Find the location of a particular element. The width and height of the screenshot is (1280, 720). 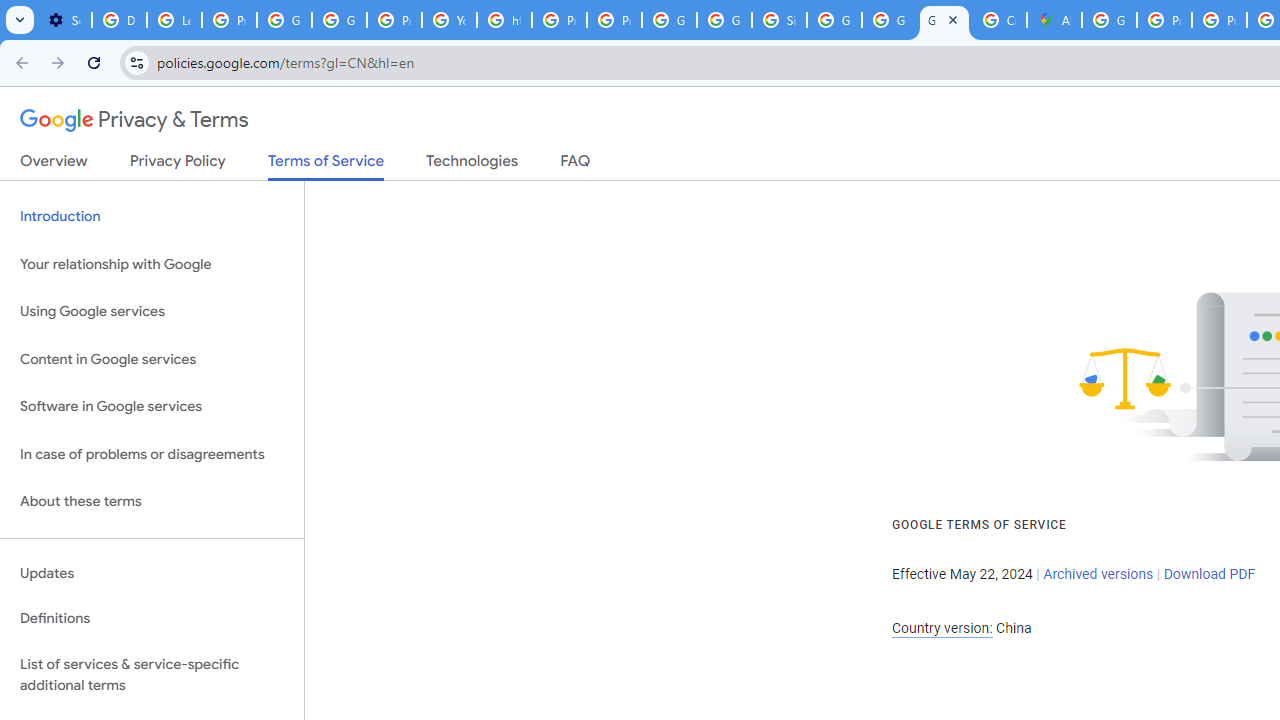

'Download PDF' is located at coordinates (1208, 574).